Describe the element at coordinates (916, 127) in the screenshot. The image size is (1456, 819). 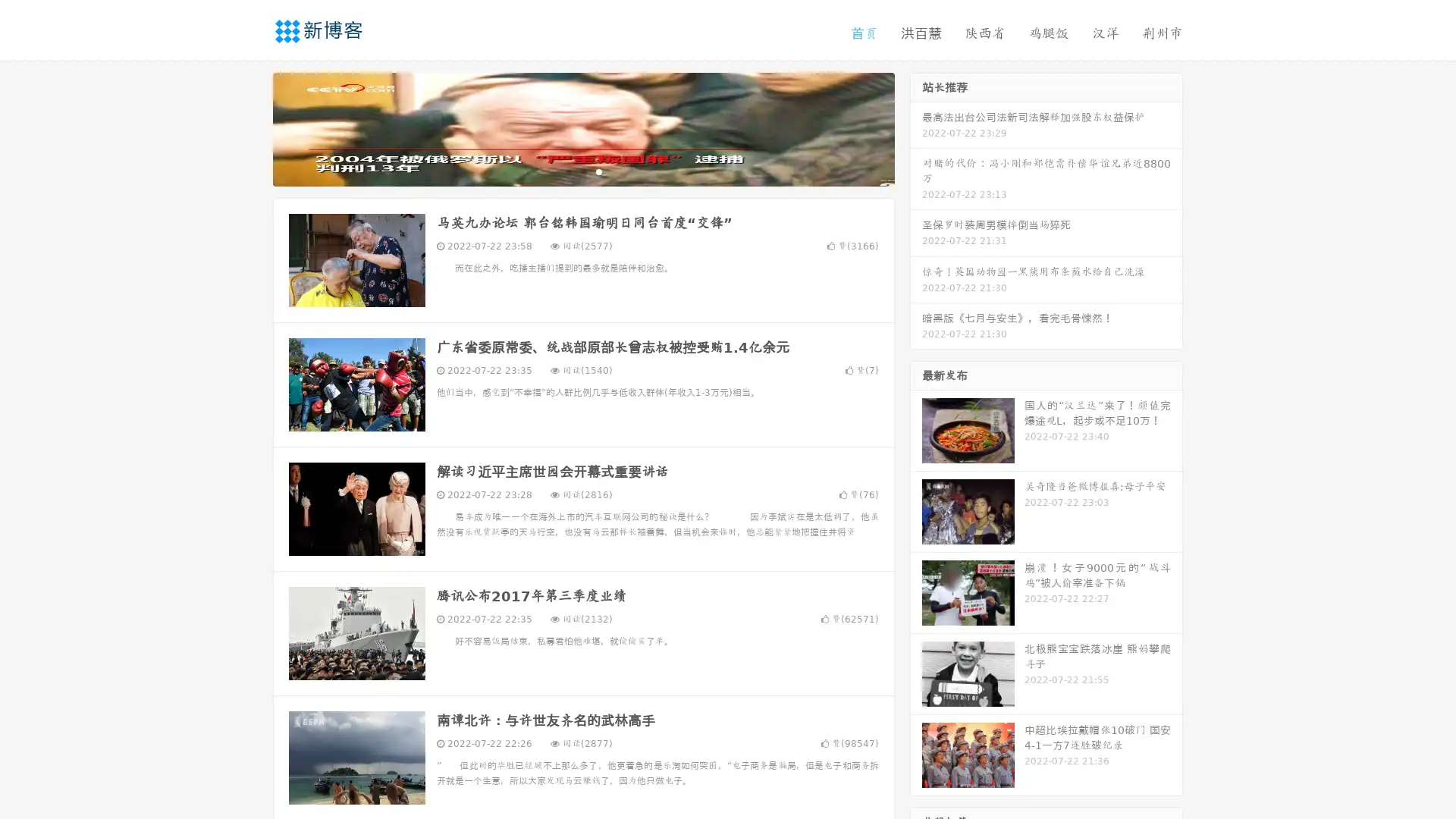
I see `Next slide` at that location.